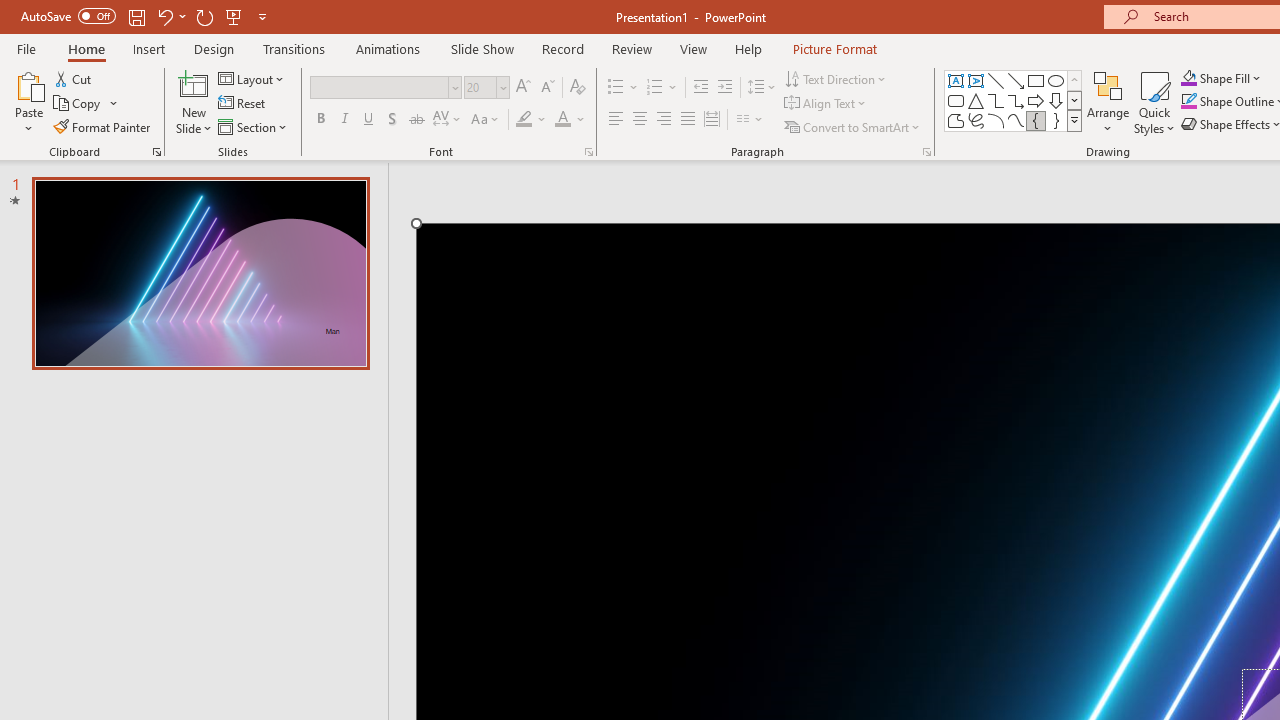 This screenshot has height=720, width=1280. What do you see at coordinates (1189, 77) in the screenshot?
I see `'Shape Fill Orange, Accent 2'` at bounding box center [1189, 77].